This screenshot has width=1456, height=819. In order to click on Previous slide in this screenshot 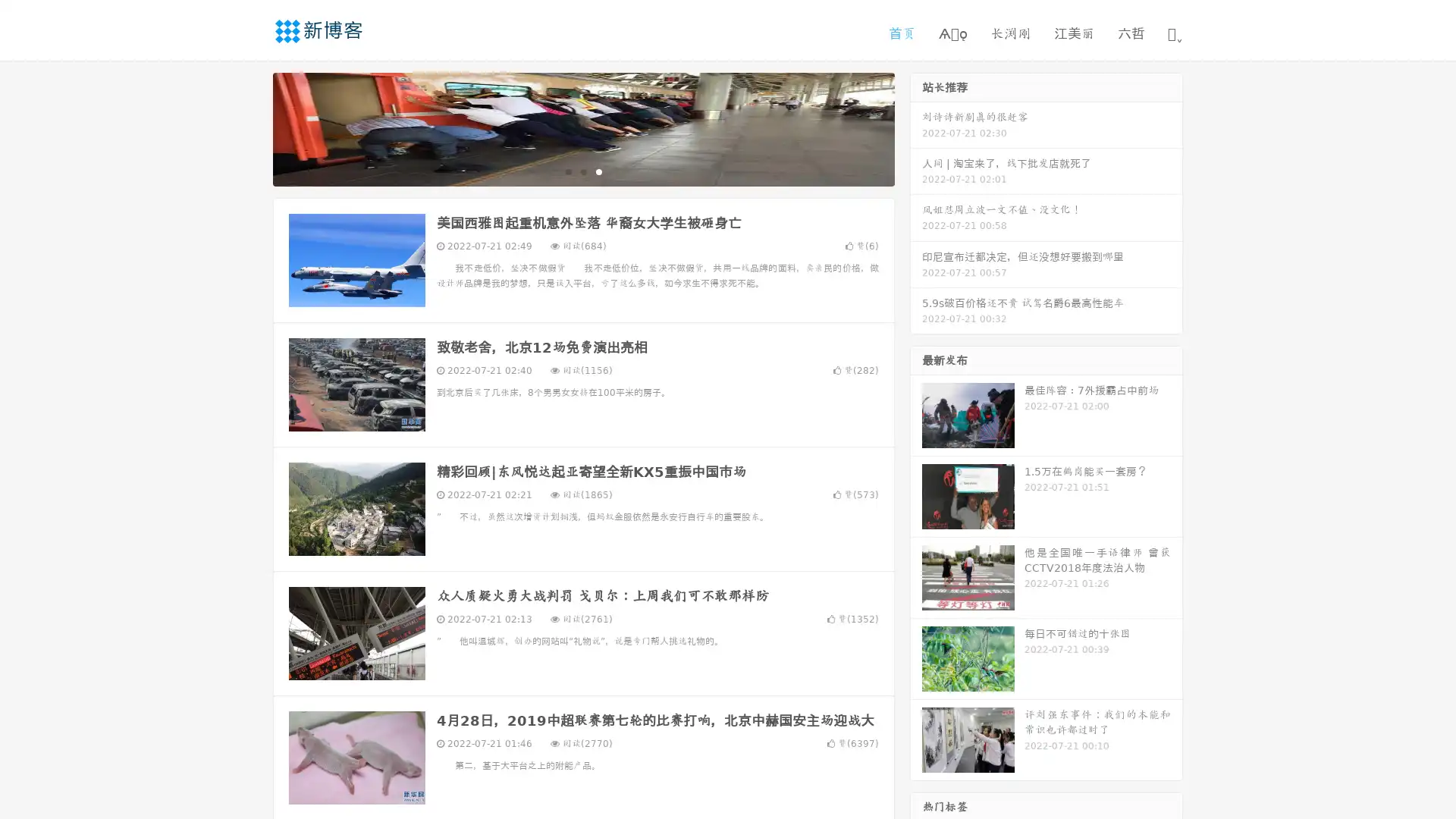, I will do `click(250, 127)`.